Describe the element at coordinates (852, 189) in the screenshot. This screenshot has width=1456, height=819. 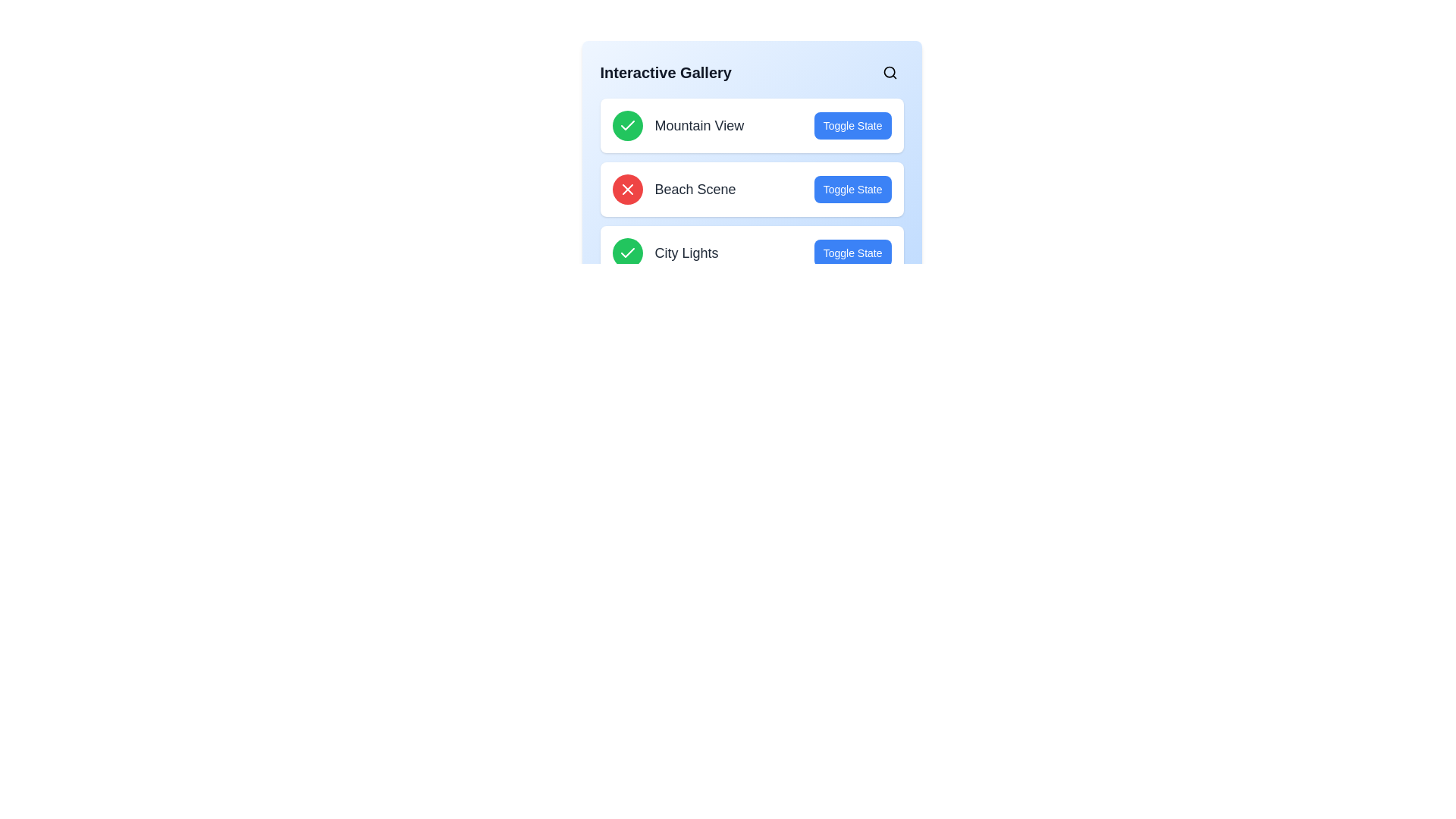
I see `'Toggle State' button for the item labeled Beach Scene` at that location.